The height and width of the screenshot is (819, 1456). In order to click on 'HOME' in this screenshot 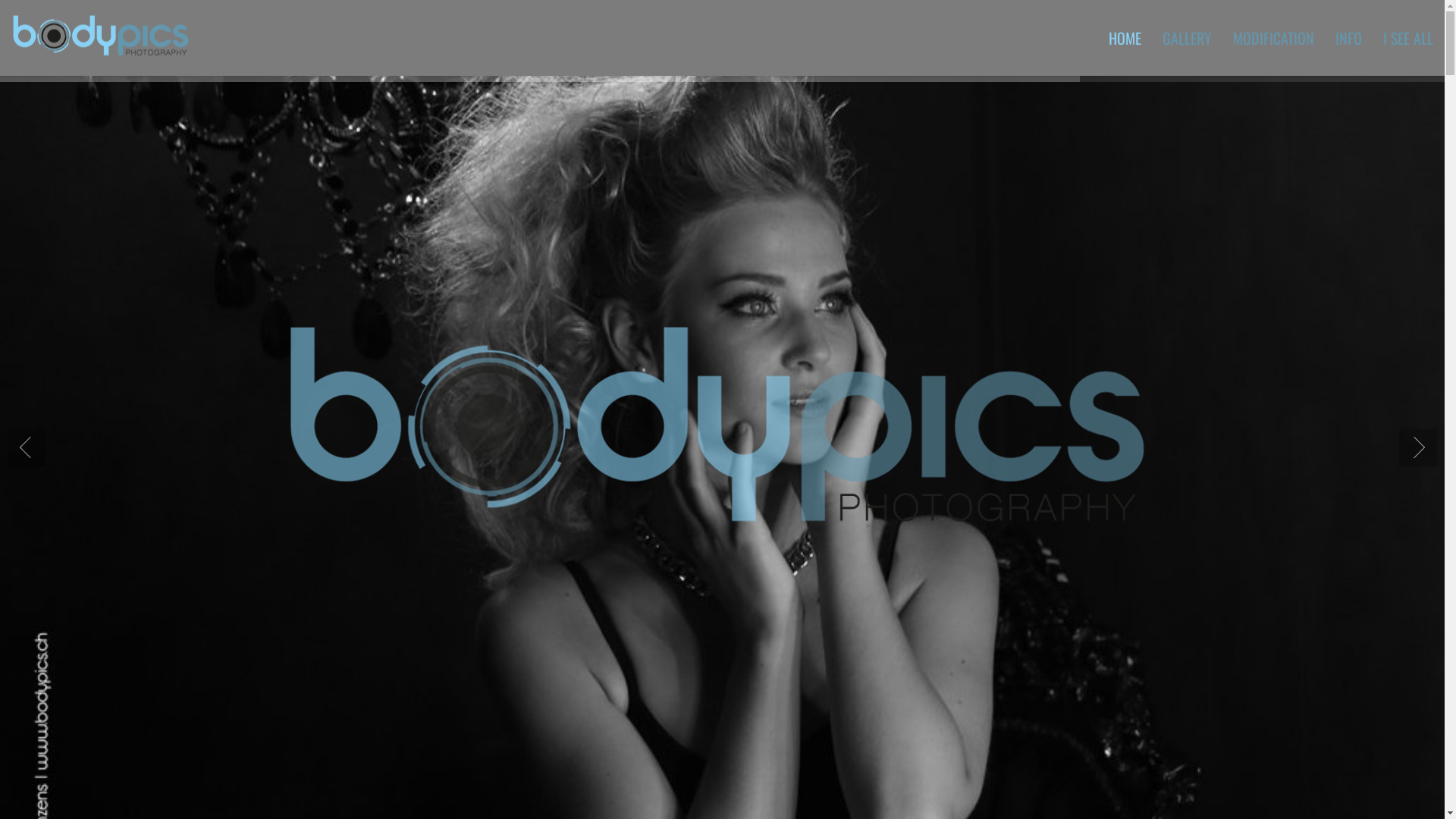, I will do `click(1125, 37)`.